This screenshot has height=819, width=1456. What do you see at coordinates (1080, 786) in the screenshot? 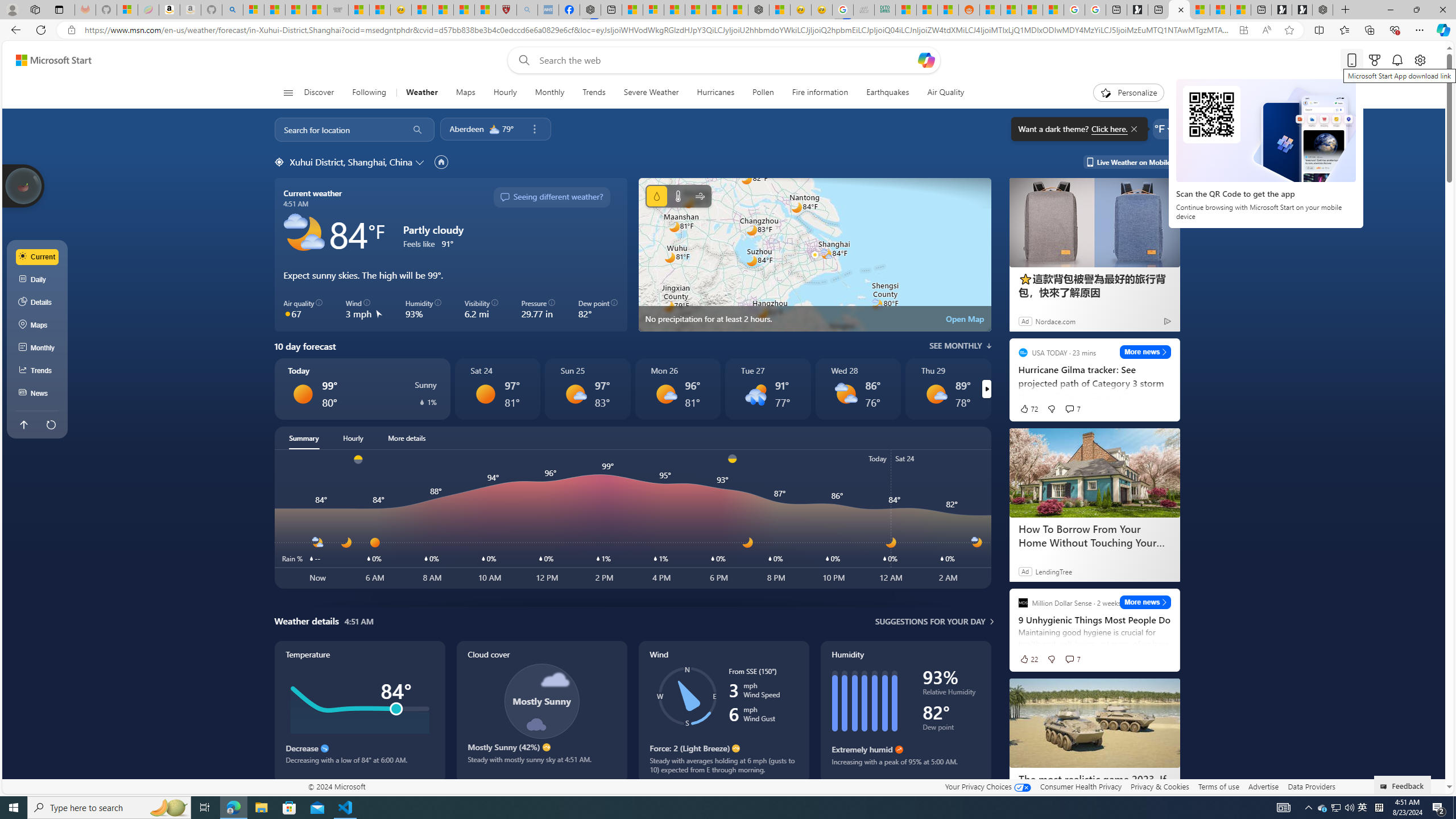
I see `'Consumer Health Privacy'` at bounding box center [1080, 786].